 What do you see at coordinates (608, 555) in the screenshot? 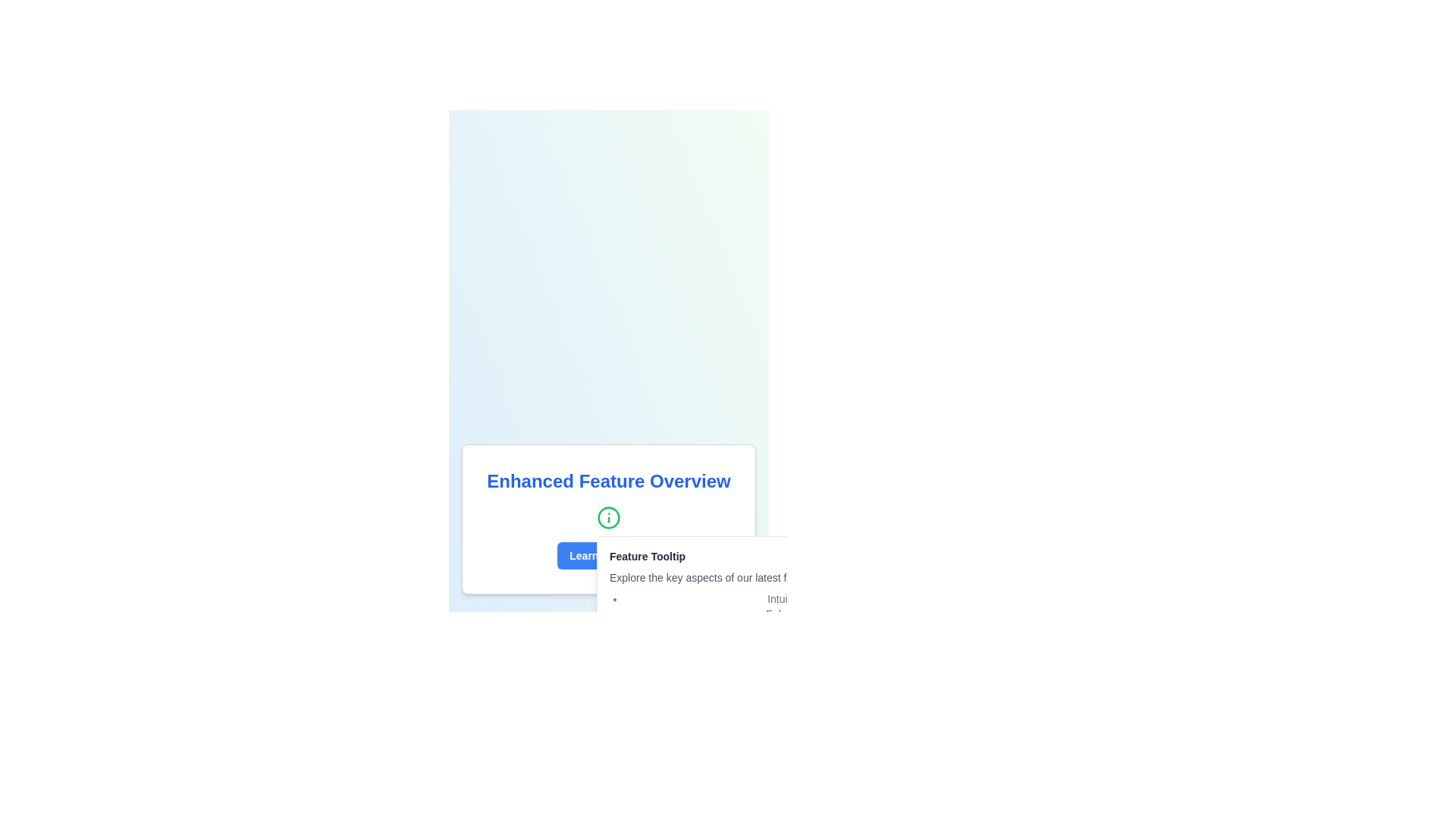
I see `'Learn More' button, which is a blue rectangular button with rounded corners located at the lower left corner of the 'Enhanced Feature Overview' card, using the browser tools` at bounding box center [608, 555].